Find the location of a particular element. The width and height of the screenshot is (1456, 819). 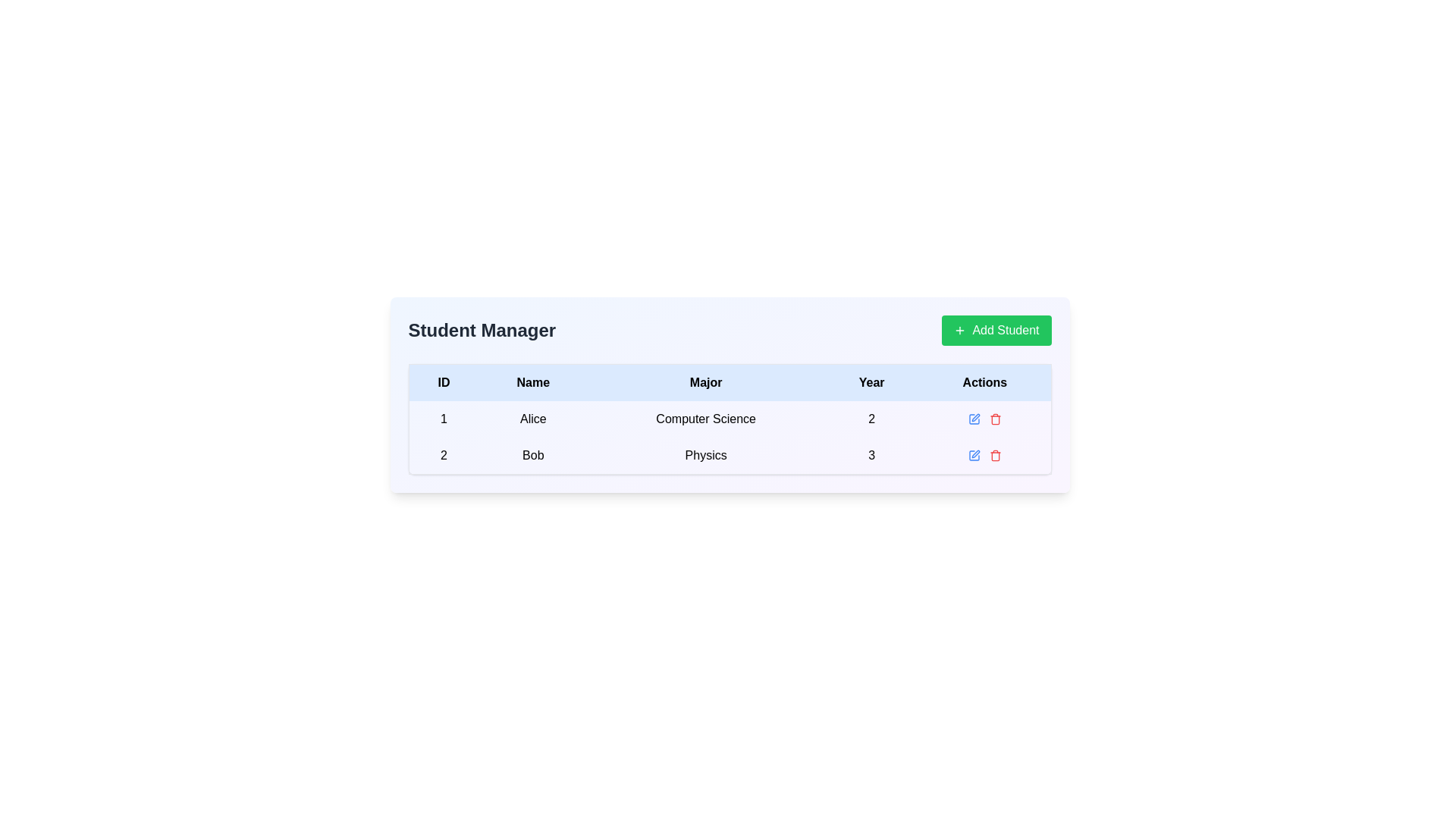

the Table Header labeled 'Year', which is styled in bold font and has a light blue background, positioned fourth among the headers in the row is located at coordinates (871, 381).